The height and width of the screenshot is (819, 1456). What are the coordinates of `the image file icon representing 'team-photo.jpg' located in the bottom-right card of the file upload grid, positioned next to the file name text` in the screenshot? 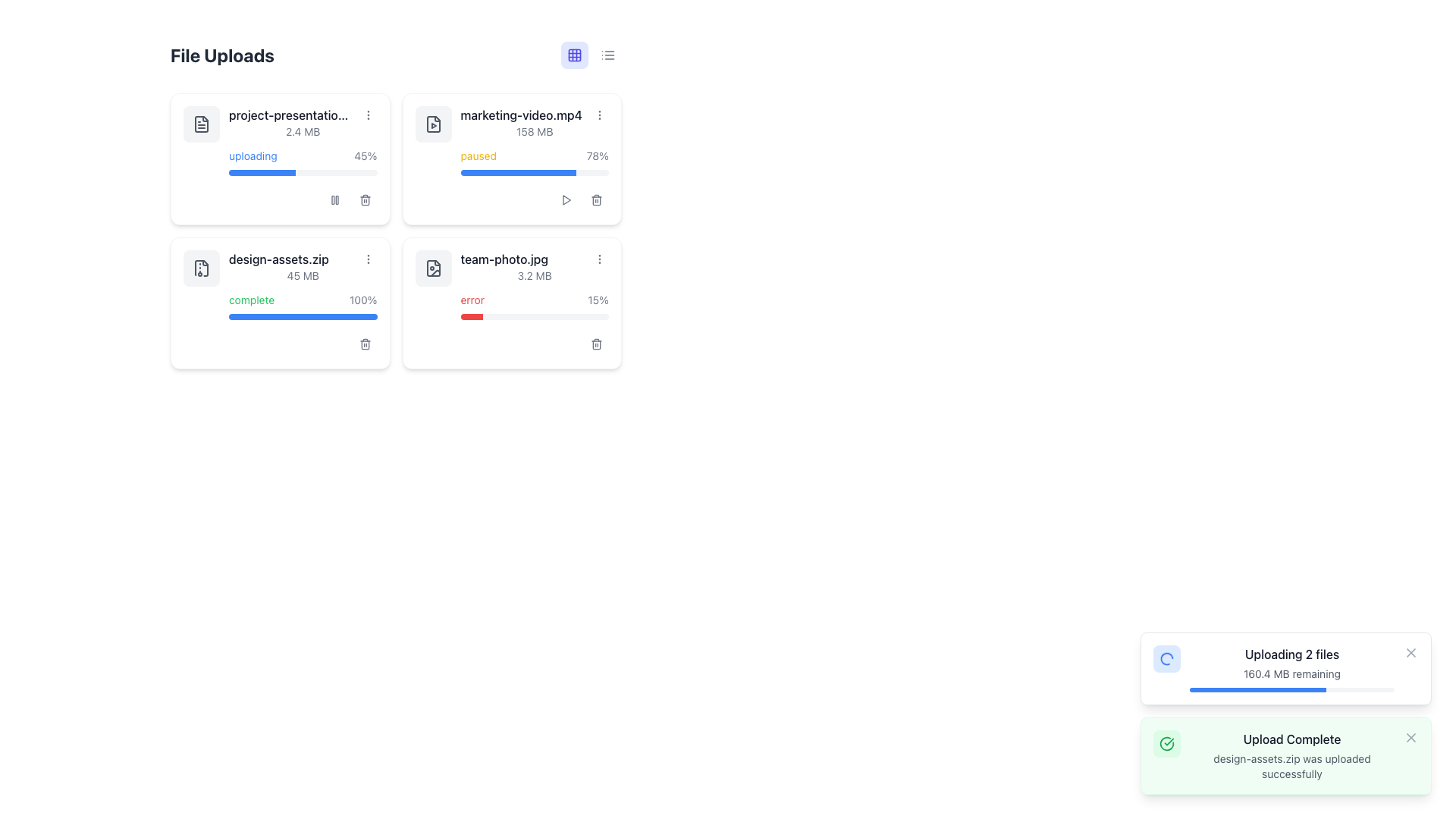 It's located at (432, 268).